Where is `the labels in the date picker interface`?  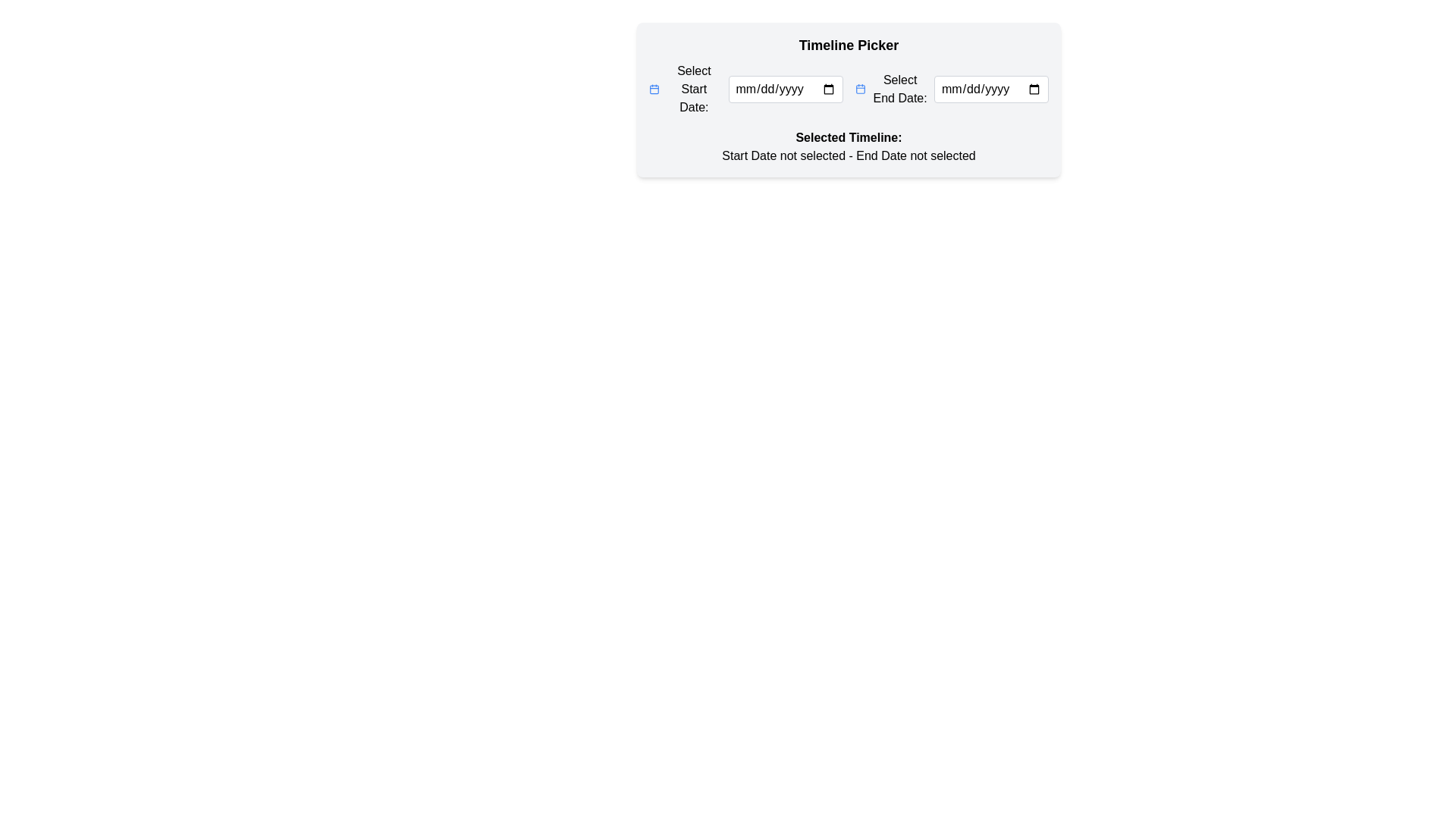 the labels in the date picker interface is located at coordinates (848, 89).